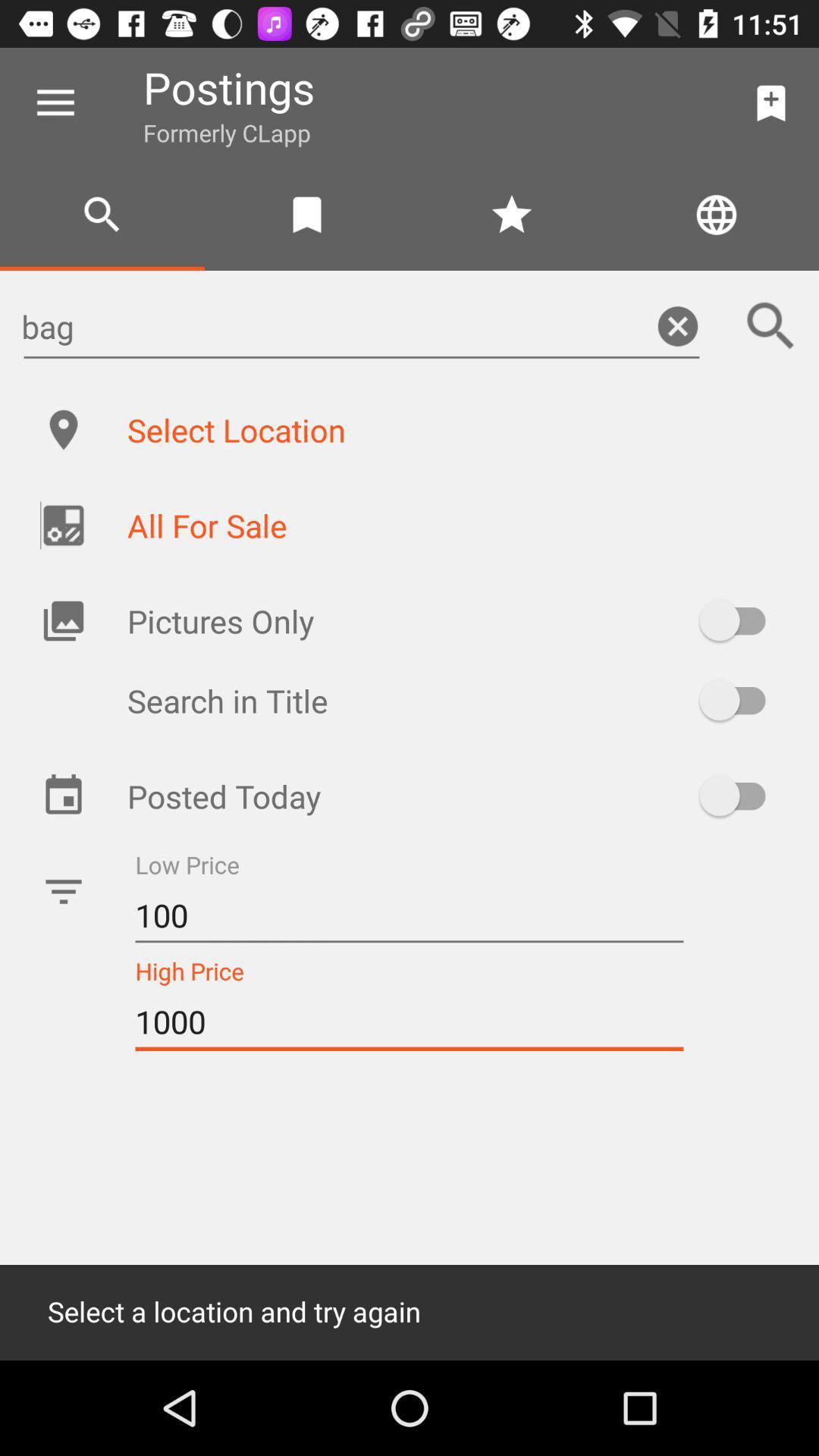 The width and height of the screenshot is (819, 1456). Describe the element at coordinates (739, 795) in the screenshot. I see `enable posted today` at that location.